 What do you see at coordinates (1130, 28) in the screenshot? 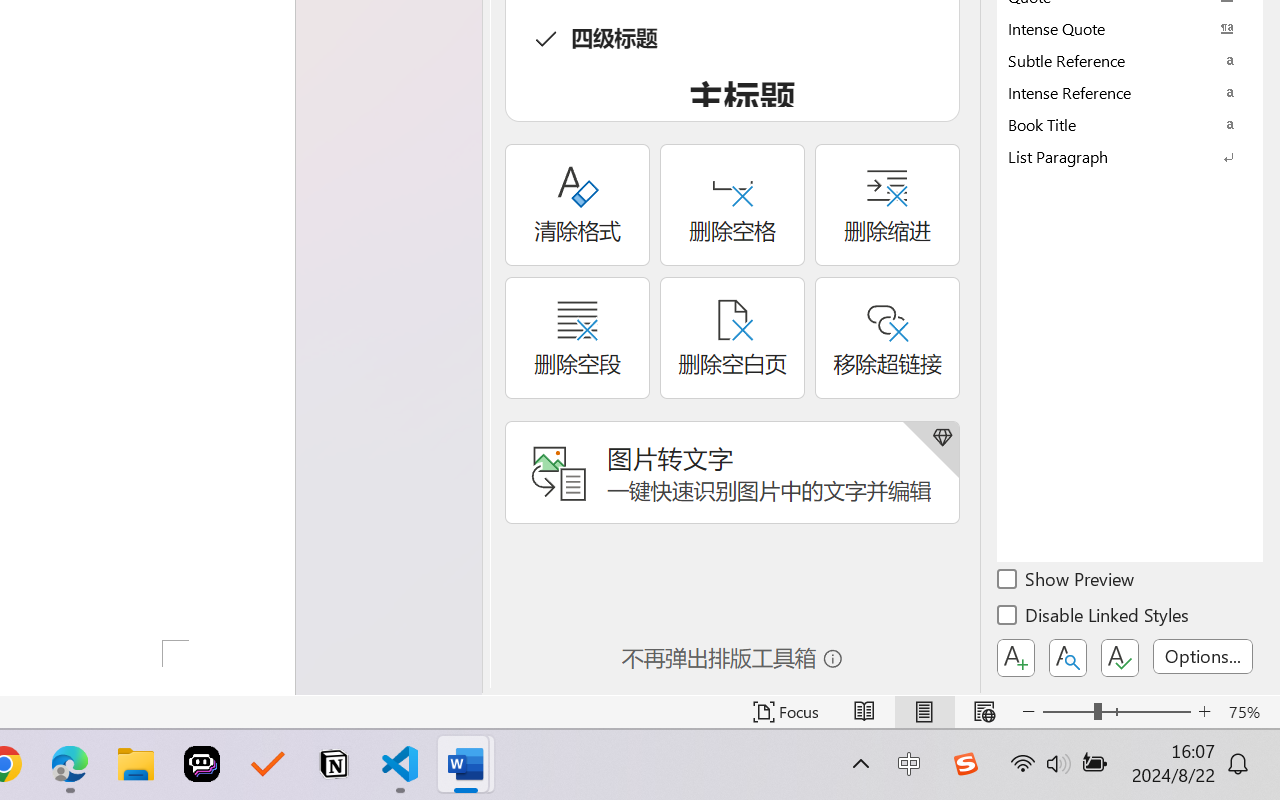
I see `'Intense Quote'` at bounding box center [1130, 28].